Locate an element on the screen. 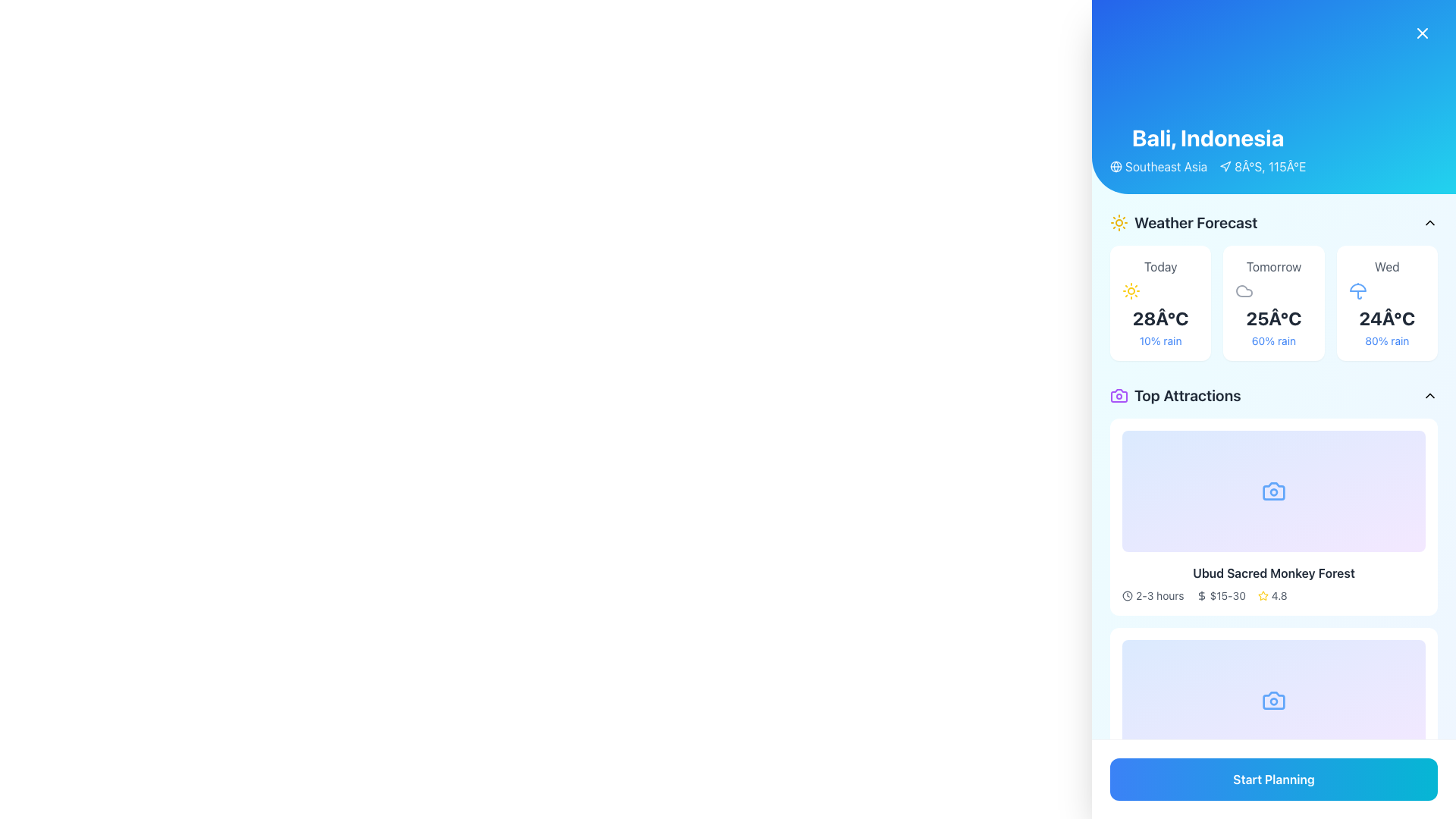 The width and height of the screenshot is (1456, 819). the photo indicator icon located at the top-middle of the 'Top Attractions' card in the lower section is located at coordinates (1274, 701).